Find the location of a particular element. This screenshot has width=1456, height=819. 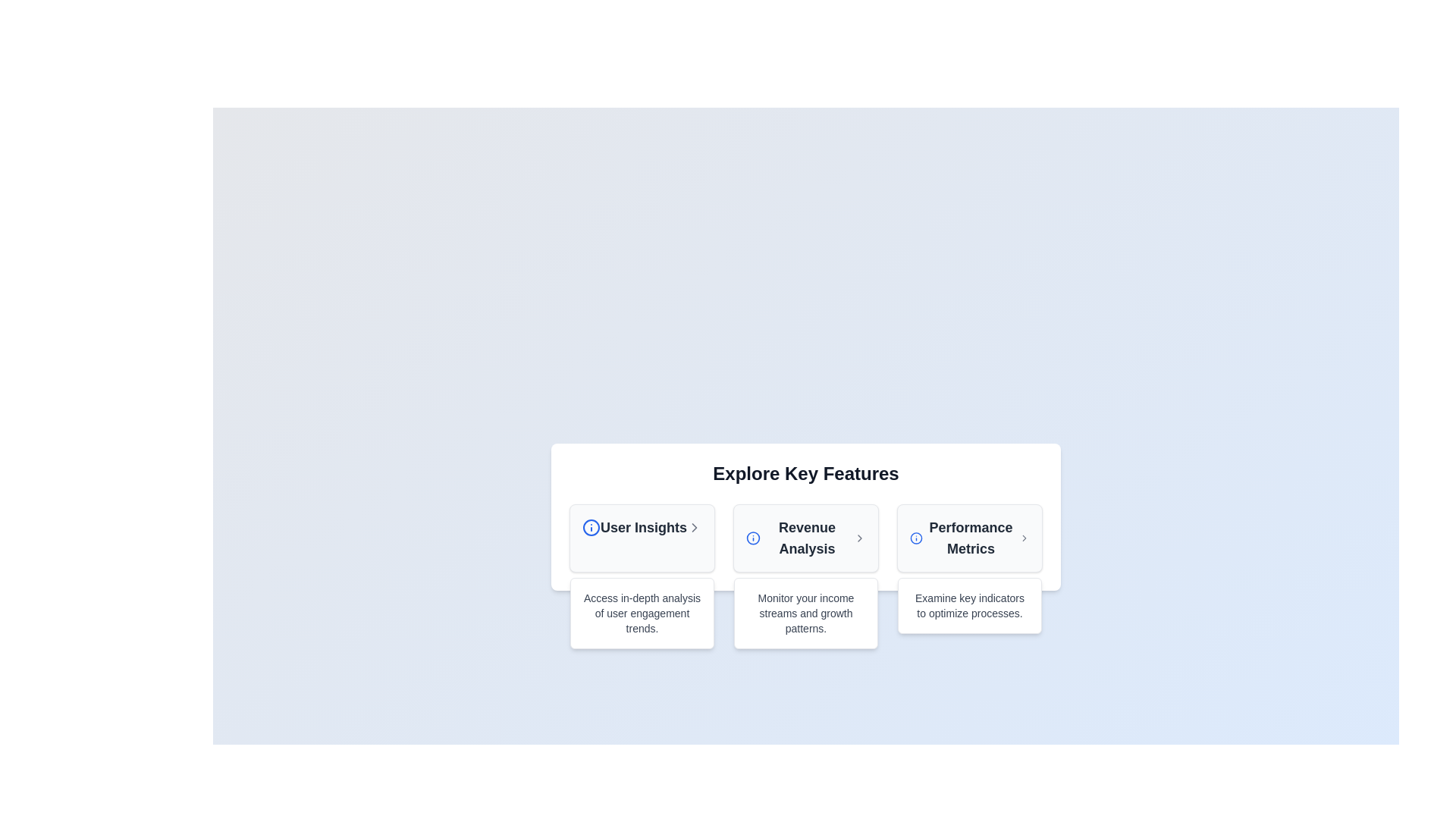

the second selectable menu item in the horizontal group of three, which provides access to revenue analysis information is located at coordinates (805, 537).